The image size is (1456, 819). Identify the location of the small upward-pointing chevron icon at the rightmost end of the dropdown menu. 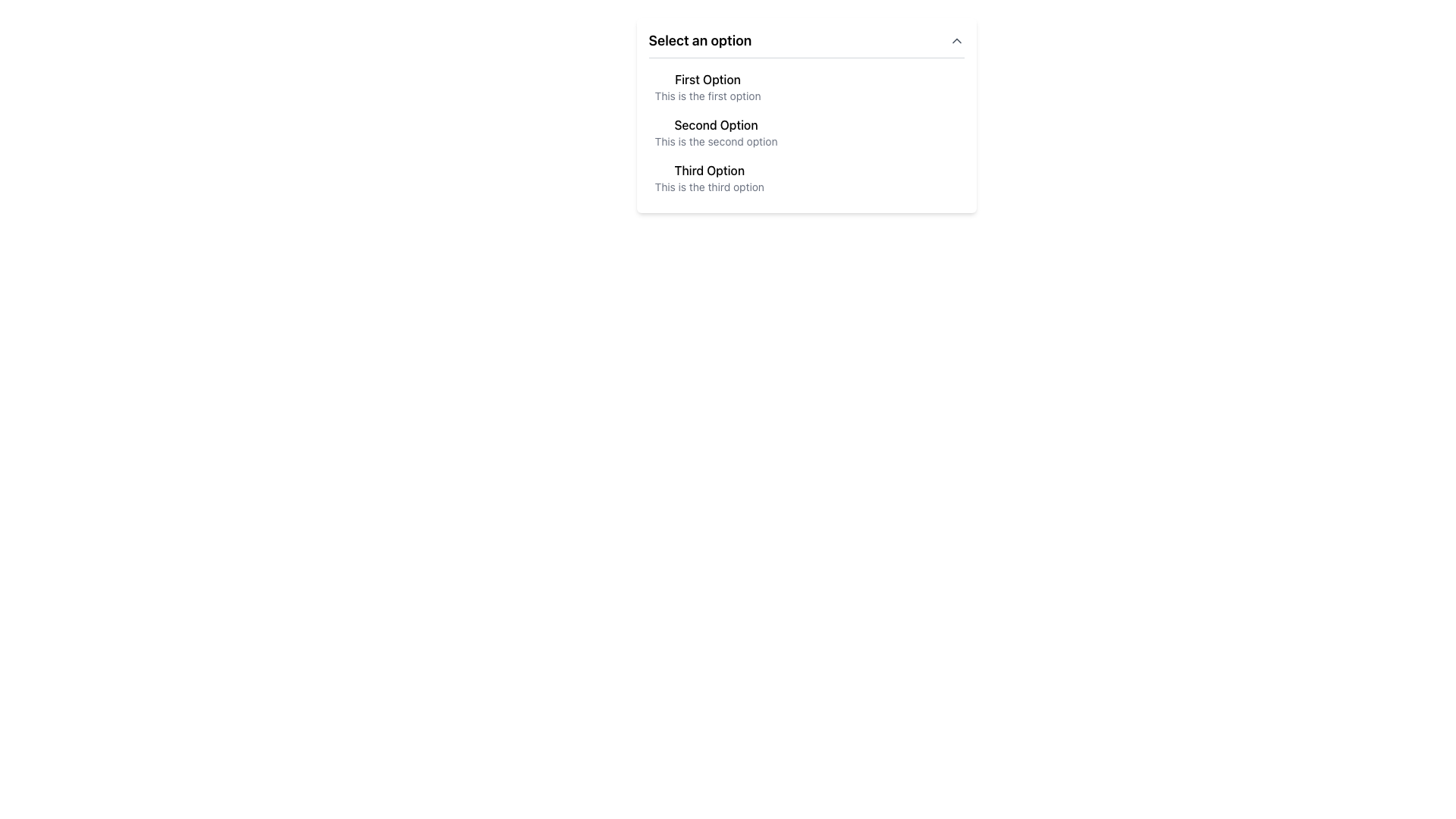
(955, 40).